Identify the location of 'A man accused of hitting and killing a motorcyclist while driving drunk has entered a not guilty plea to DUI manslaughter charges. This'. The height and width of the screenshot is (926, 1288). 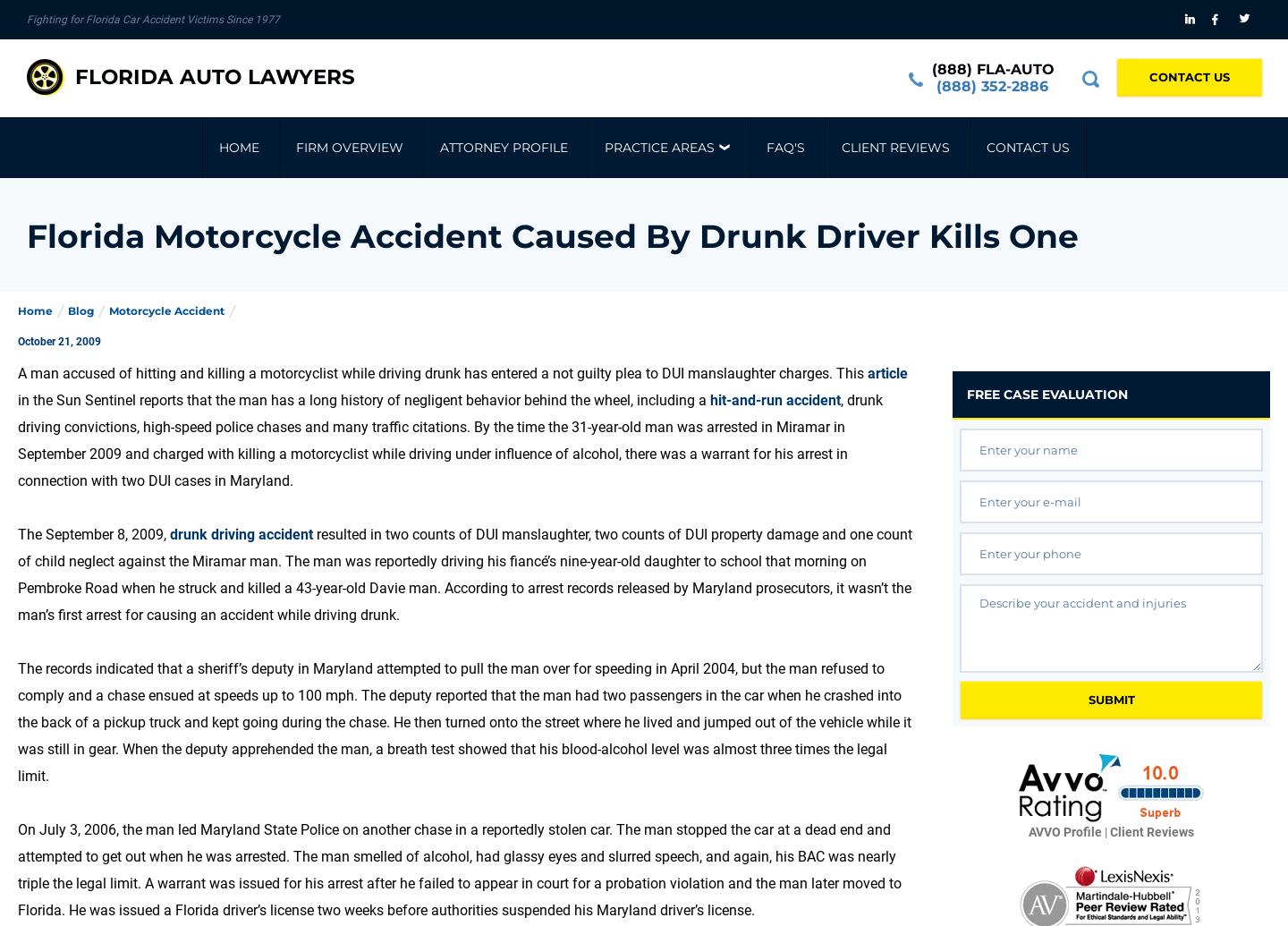
(442, 373).